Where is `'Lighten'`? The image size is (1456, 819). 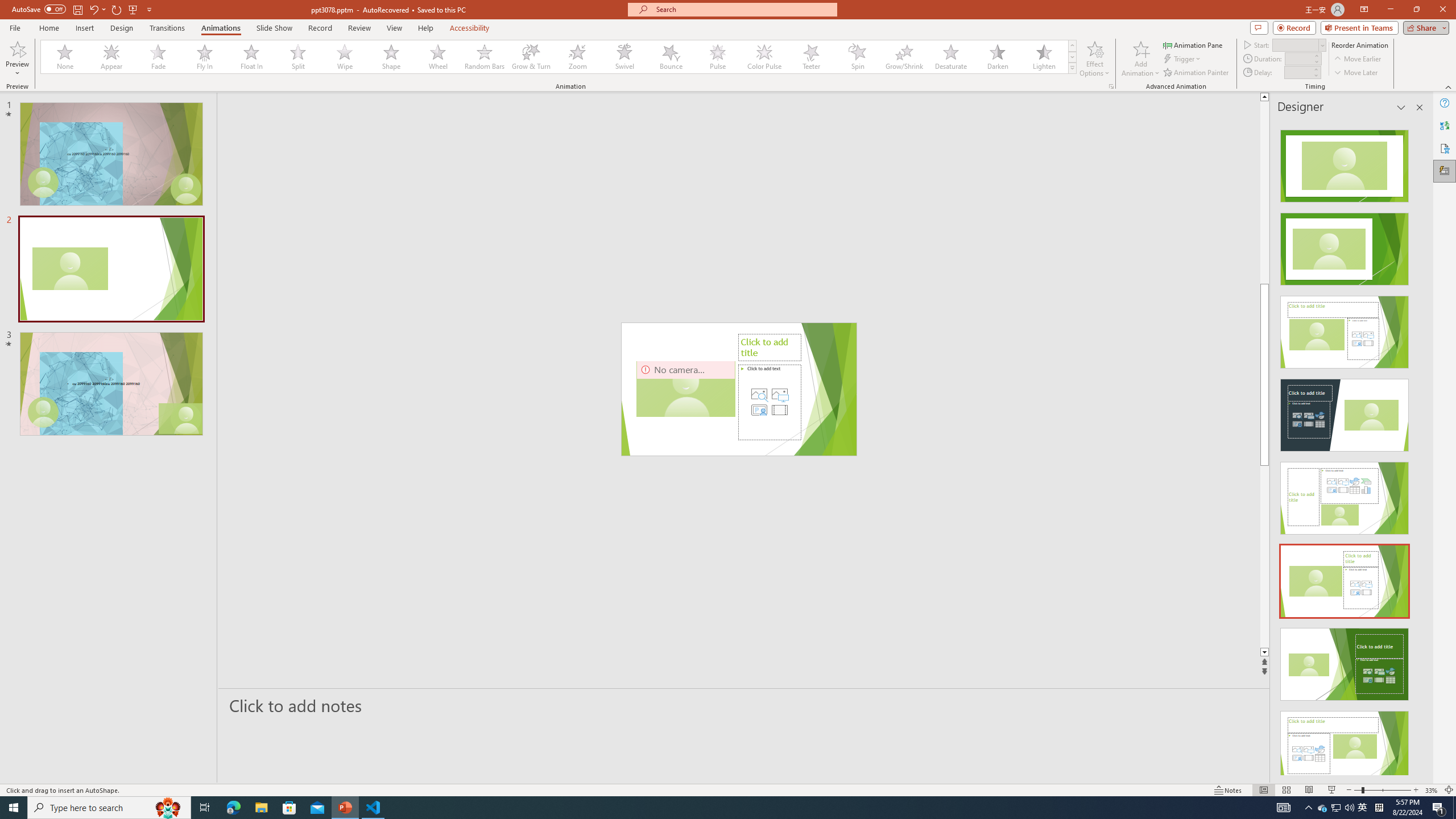 'Lighten' is located at coordinates (1043, 56).